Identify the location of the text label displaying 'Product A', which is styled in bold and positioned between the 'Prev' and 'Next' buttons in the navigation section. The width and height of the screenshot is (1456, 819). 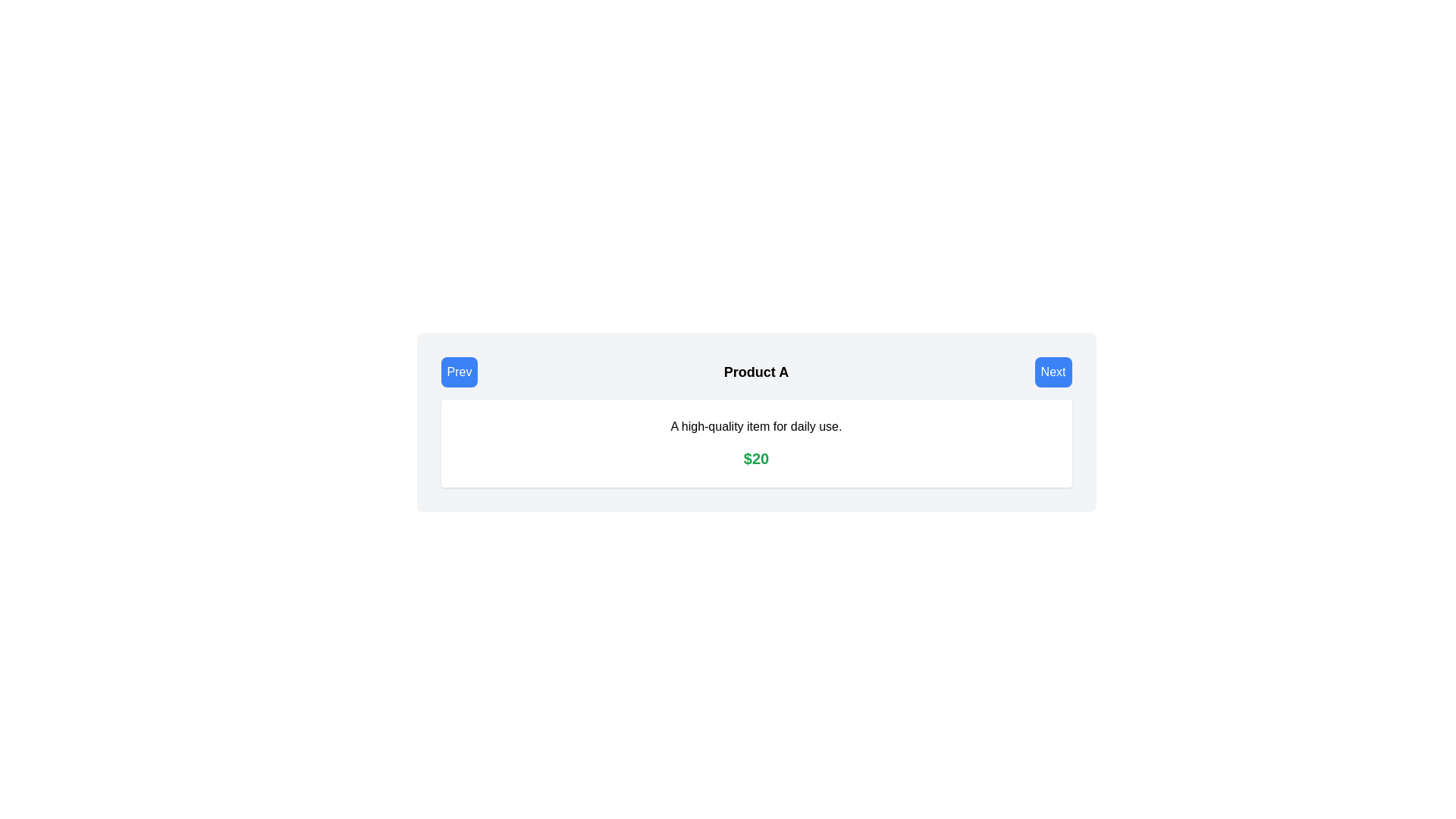
(756, 372).